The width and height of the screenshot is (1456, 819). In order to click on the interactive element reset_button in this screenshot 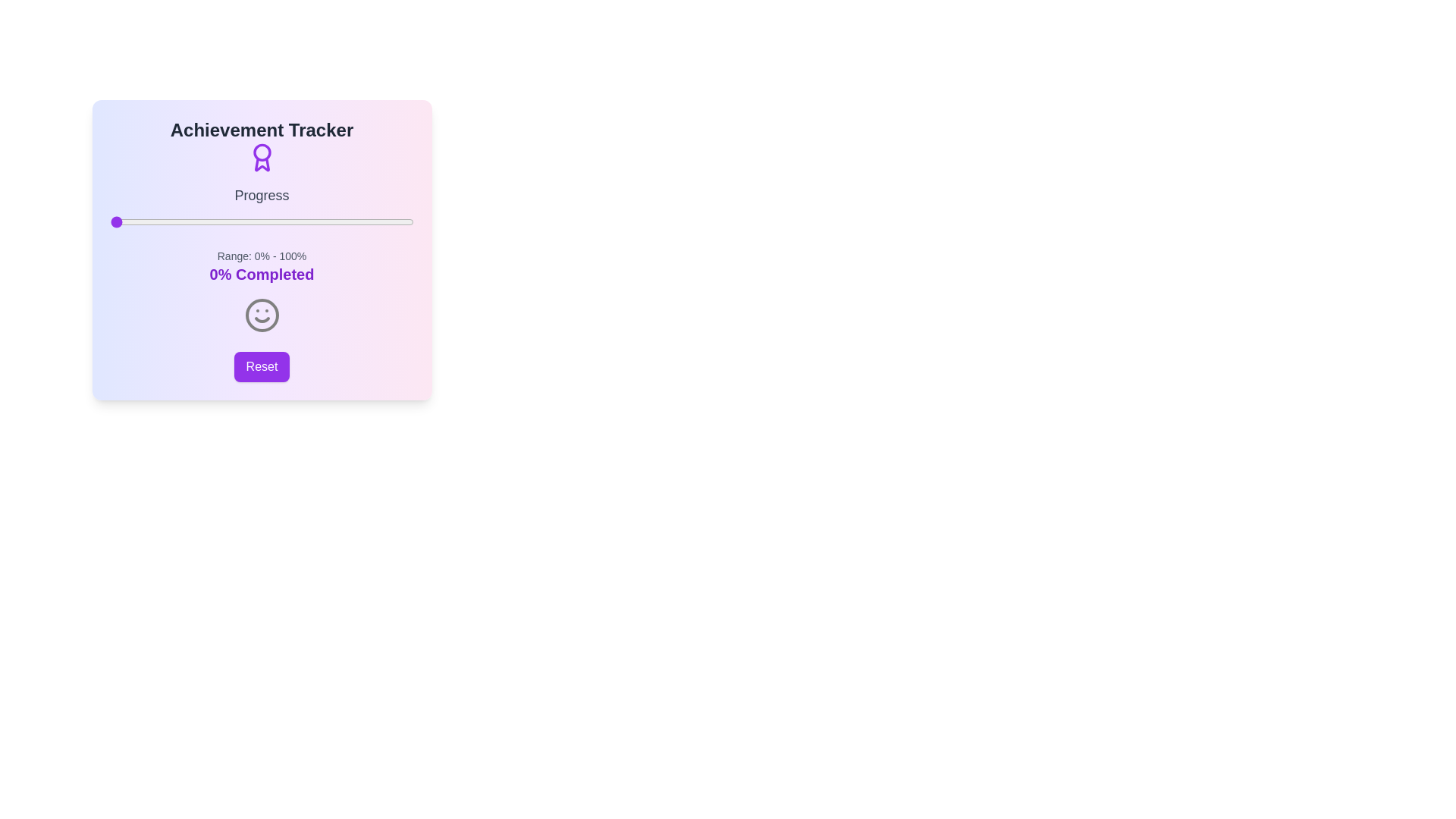, I will do `click(262, 366)`.